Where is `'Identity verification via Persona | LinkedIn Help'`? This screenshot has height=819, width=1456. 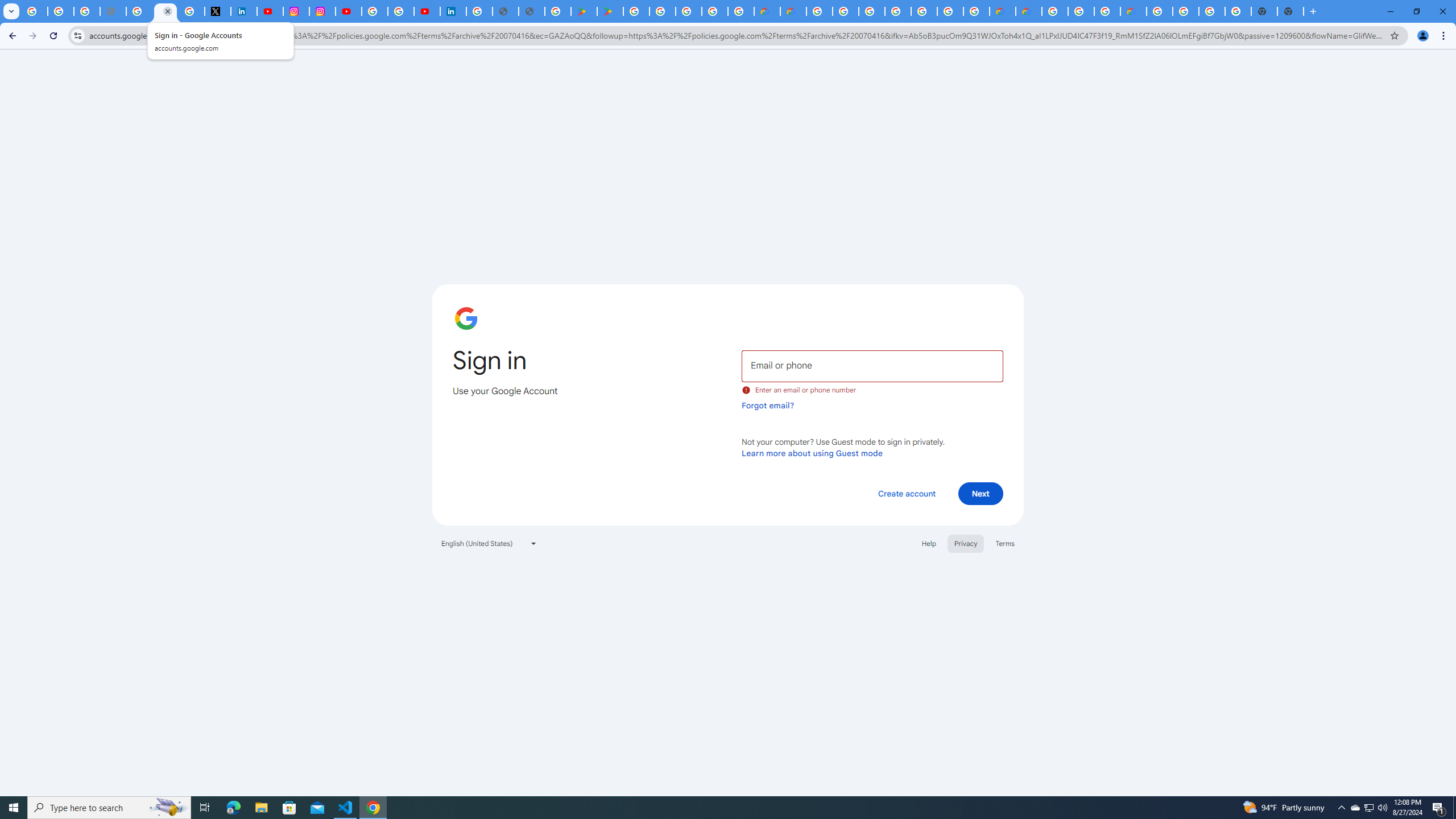 'Identity verification via Persona | LinkedIn Help' is located at coordinates (453, 11).